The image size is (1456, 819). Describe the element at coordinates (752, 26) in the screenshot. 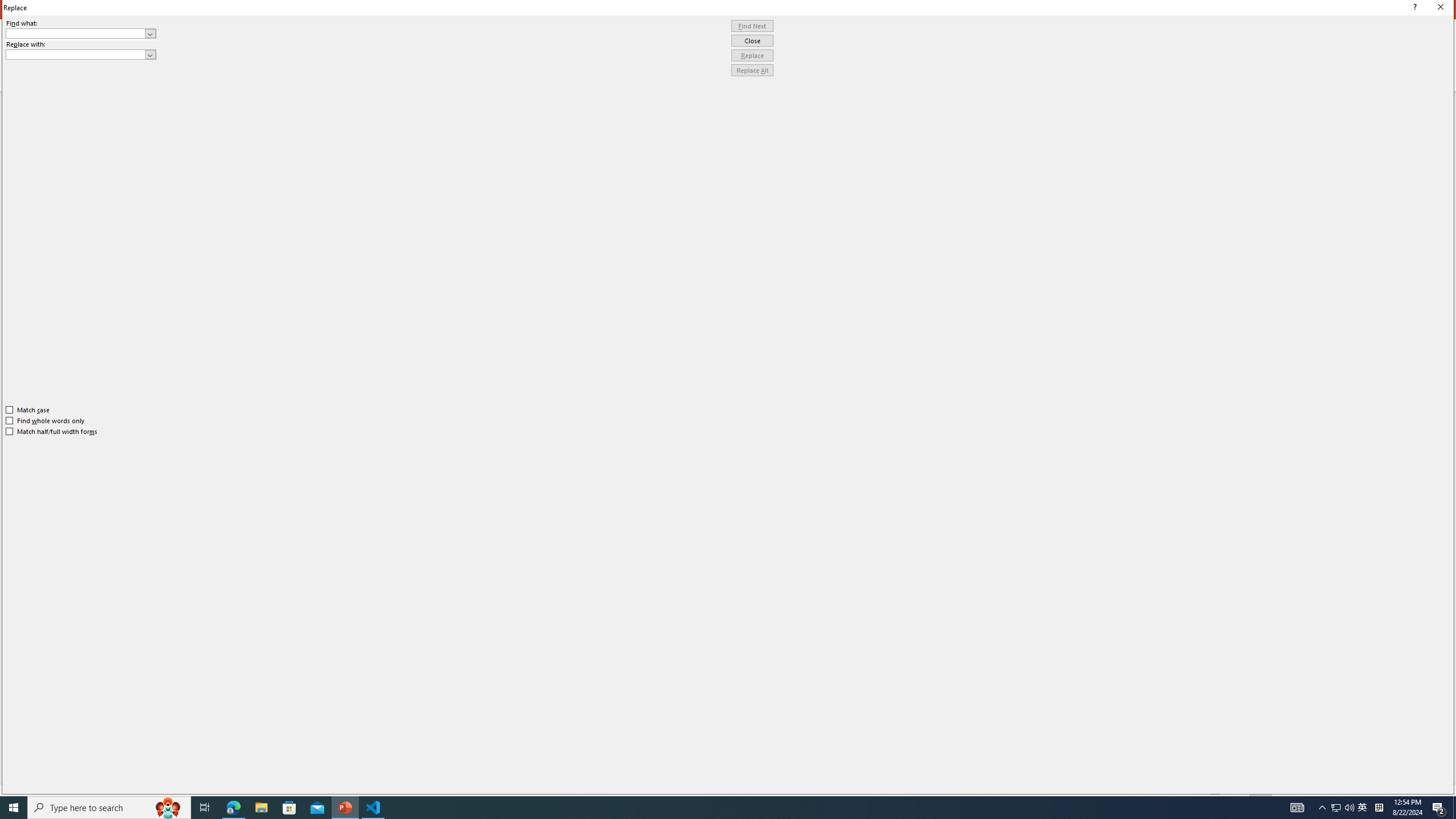

I see `'Find Next'` at that location.